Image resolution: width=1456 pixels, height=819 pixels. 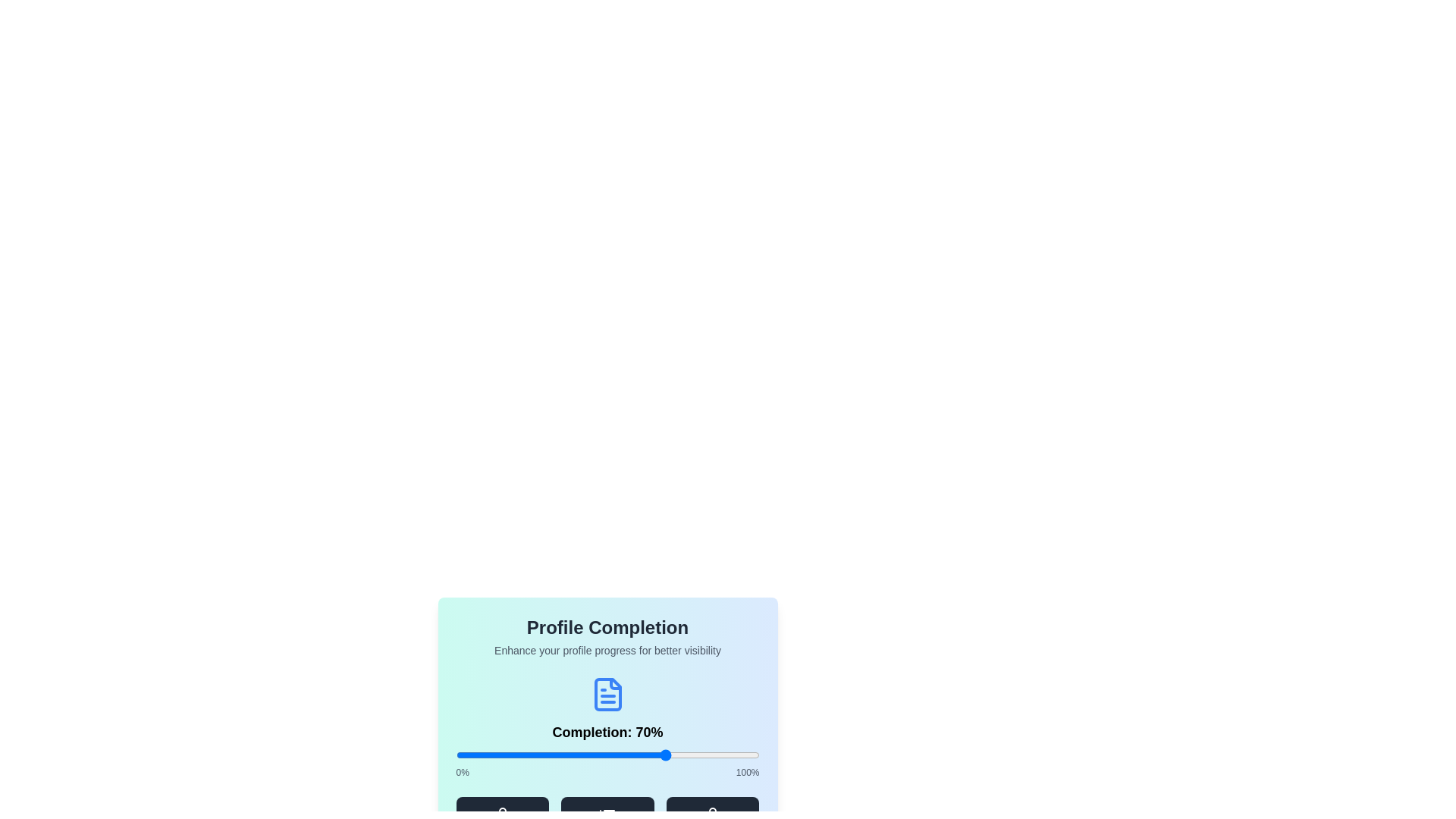 I want to click on the profile completion slider, so click(x=704, y=755).